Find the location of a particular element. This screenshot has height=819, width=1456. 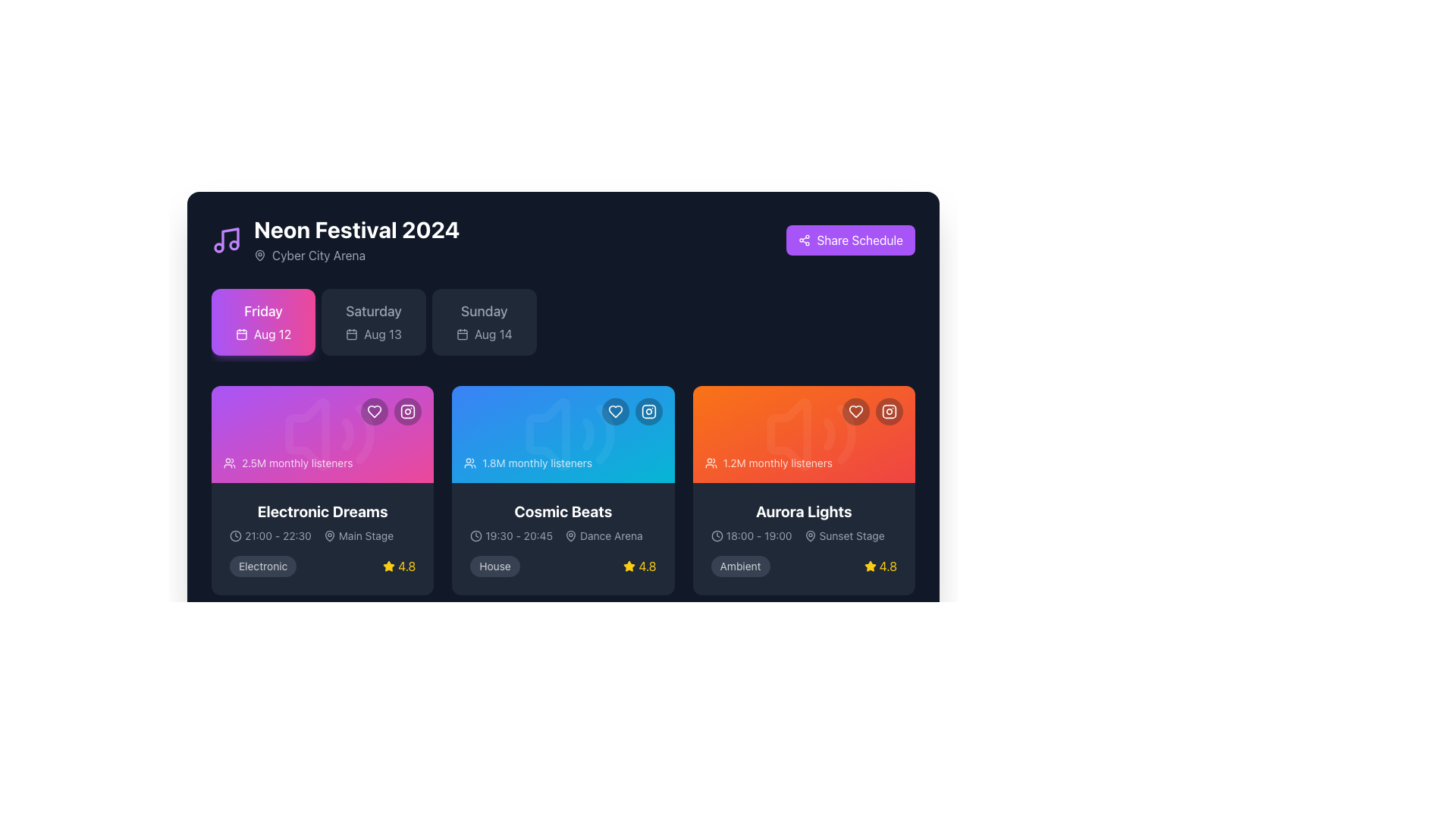

the primary circular SVG component of the clock or timer icon located at the center of the 'Electronic Dreams' section is located at coordinates (235, 535).